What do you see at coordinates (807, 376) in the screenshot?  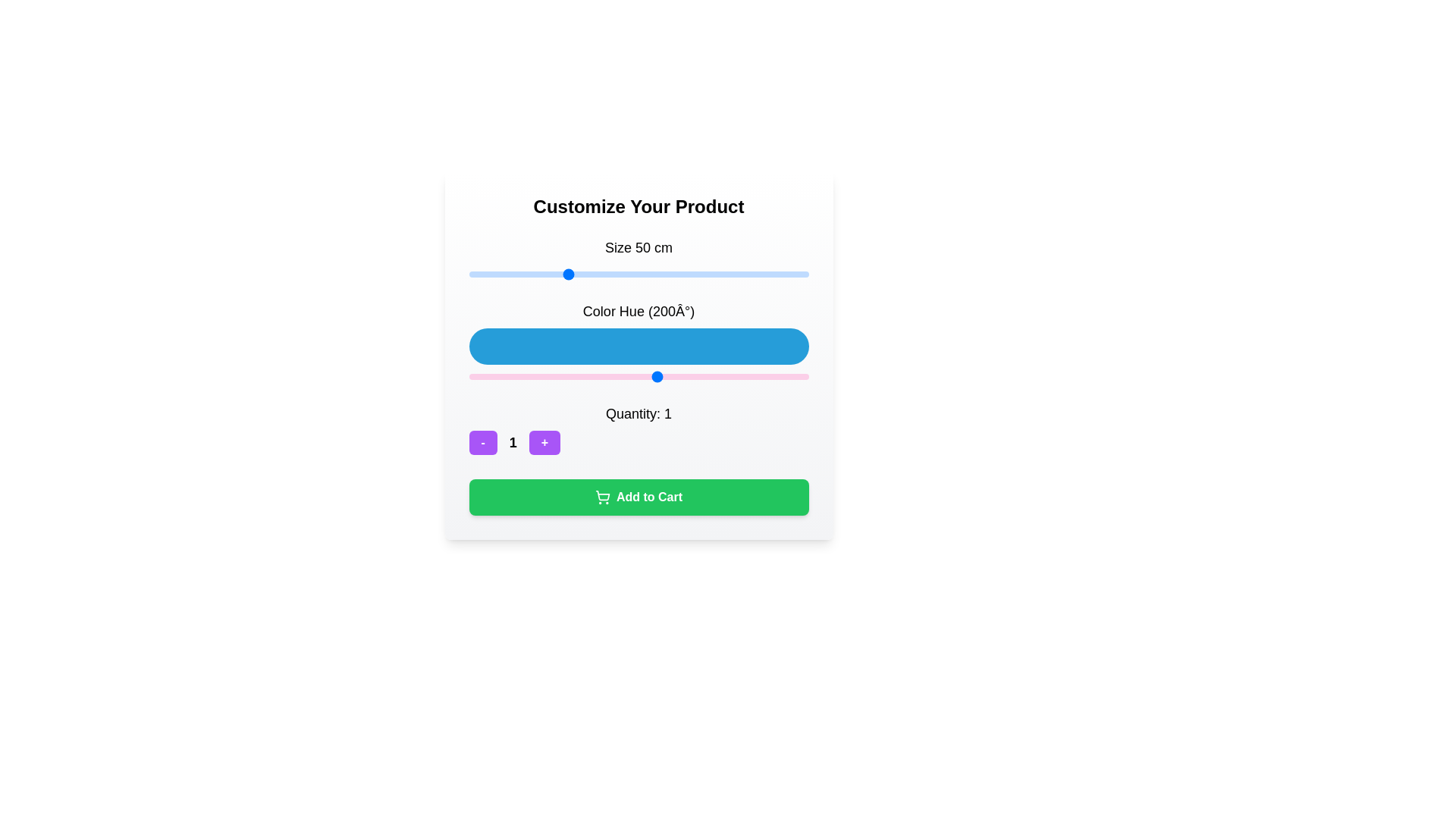 I see `the color hue slider` at bounding box center [807, 376].